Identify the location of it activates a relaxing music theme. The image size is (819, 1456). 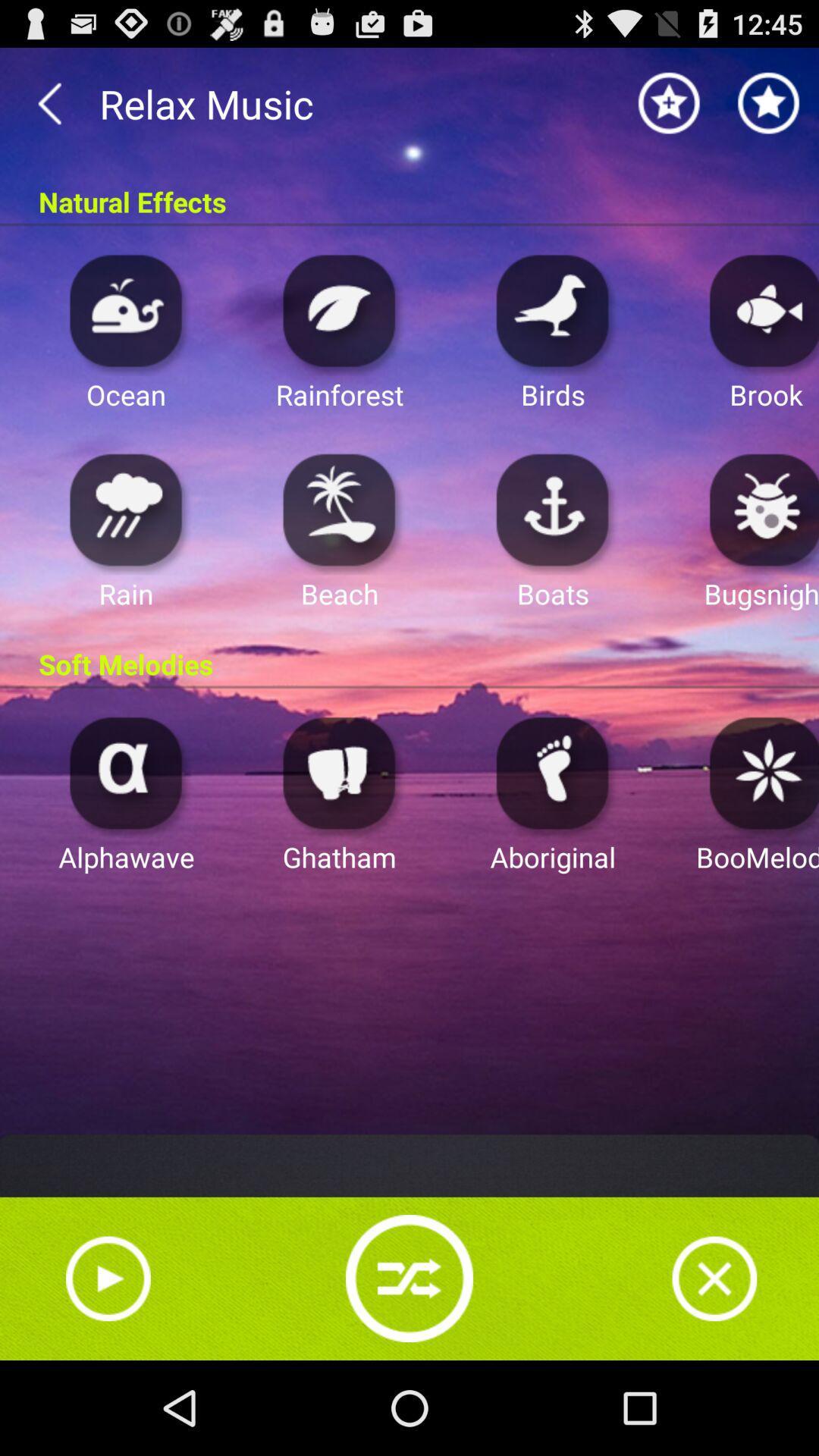
(339, 772).